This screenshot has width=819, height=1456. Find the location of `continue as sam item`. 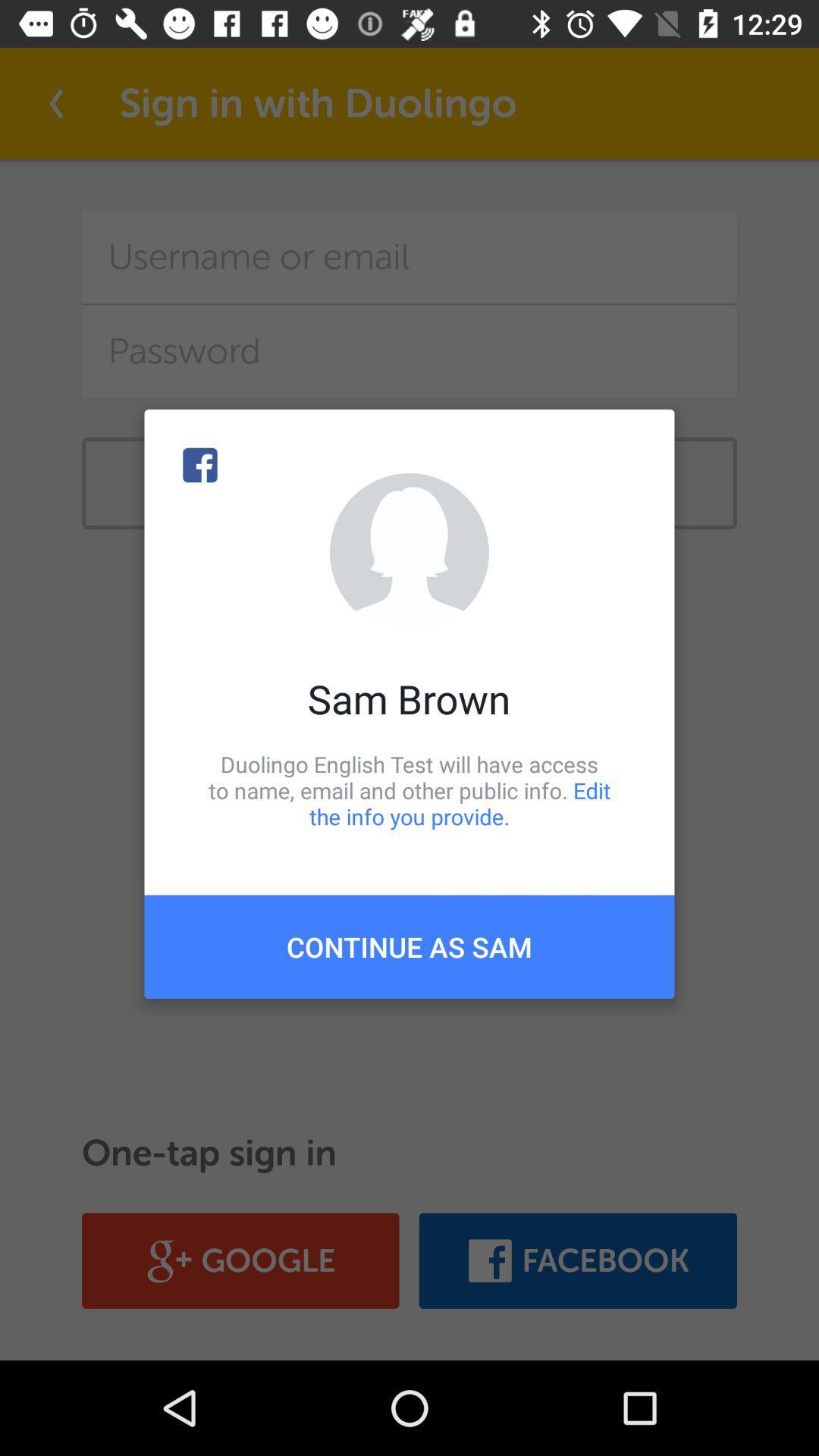

continue as sam item is located at coordinates (409, 946).